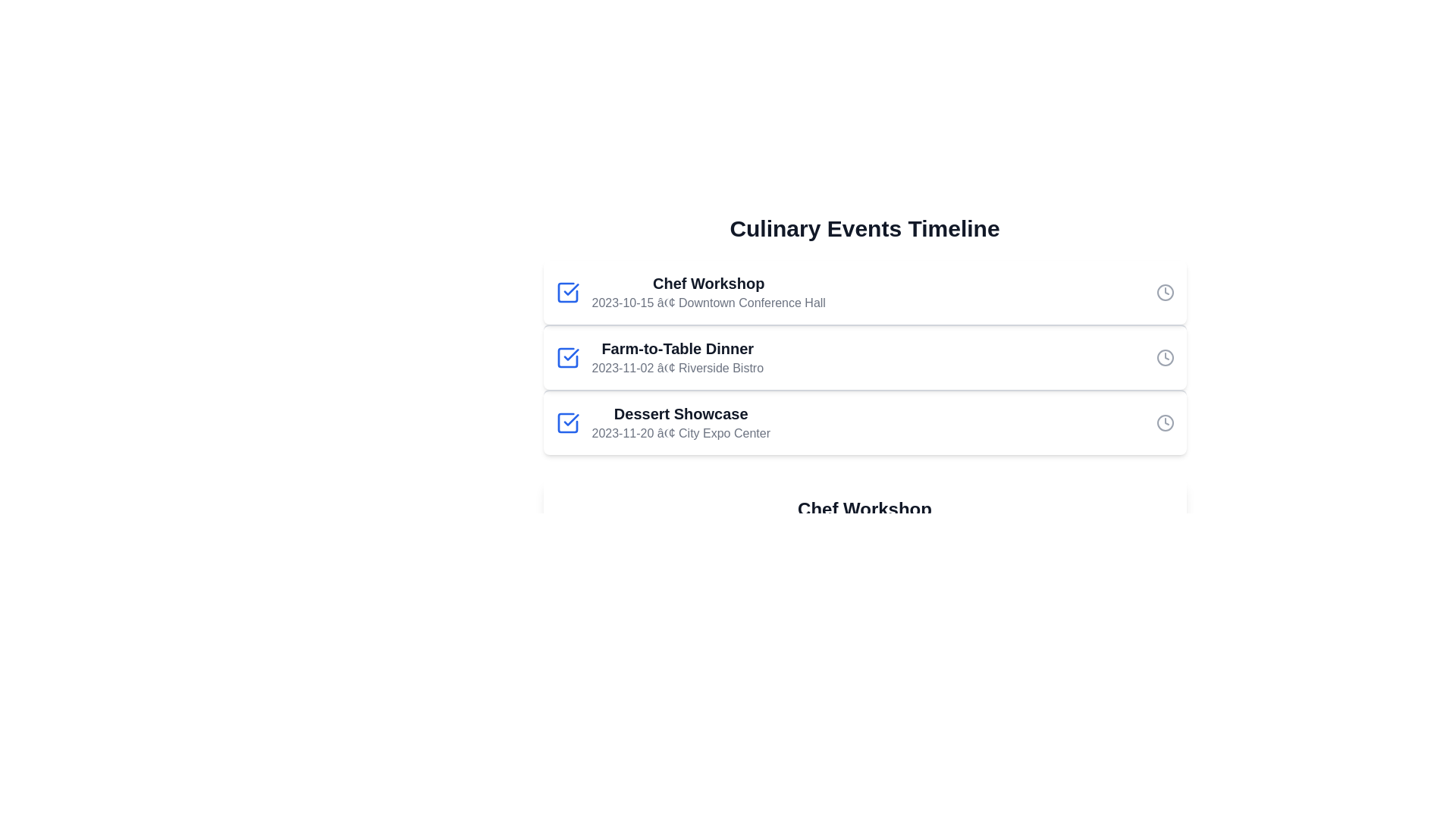  Describe the element at coordinates (1164, 292) in the screenshot. I see `properties of the center circle of the clock icon located in the top-right corner of the first row in the list layout` at that location.